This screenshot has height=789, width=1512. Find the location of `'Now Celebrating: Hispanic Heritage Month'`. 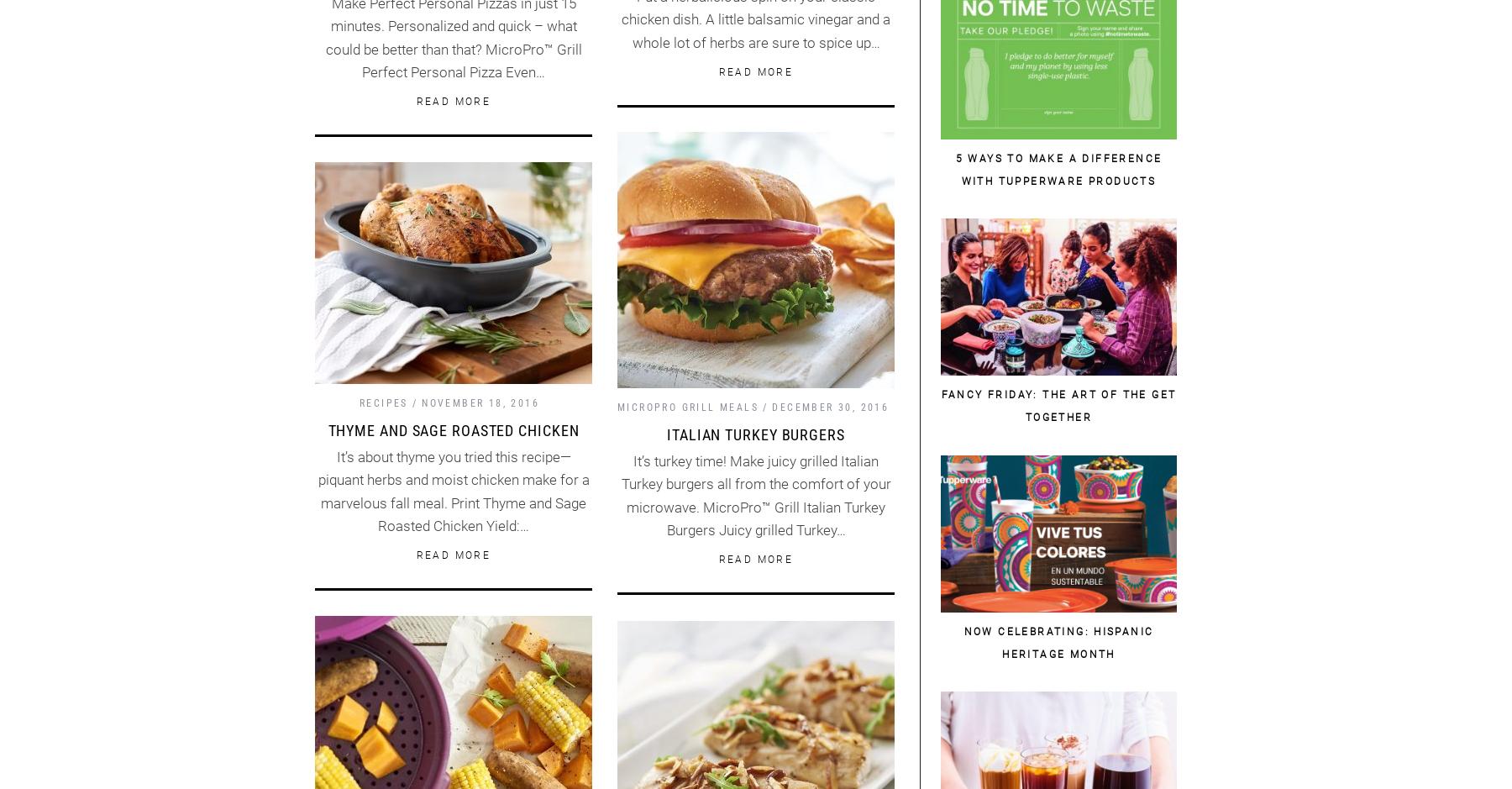

'Now Celebrating: Hispanic Heritage Month' is located at coordinates (1058, 642).